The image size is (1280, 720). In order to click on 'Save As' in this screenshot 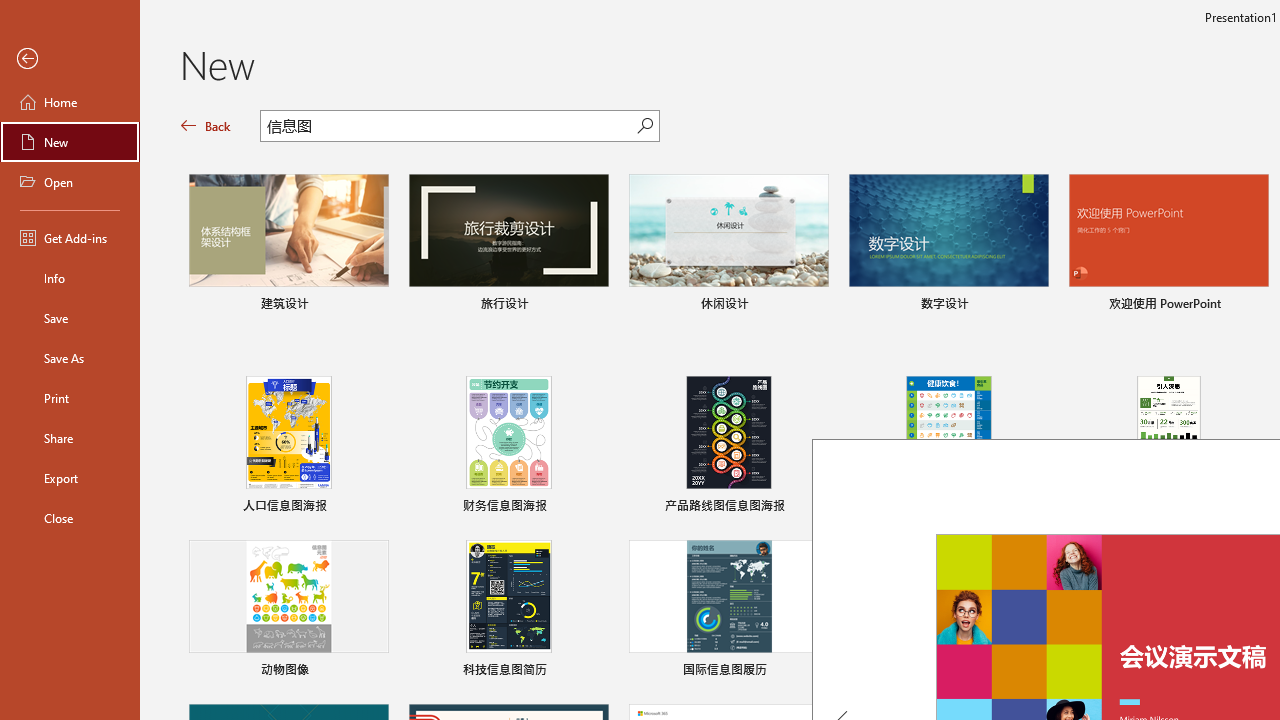, I will do `click(69, 356)`.